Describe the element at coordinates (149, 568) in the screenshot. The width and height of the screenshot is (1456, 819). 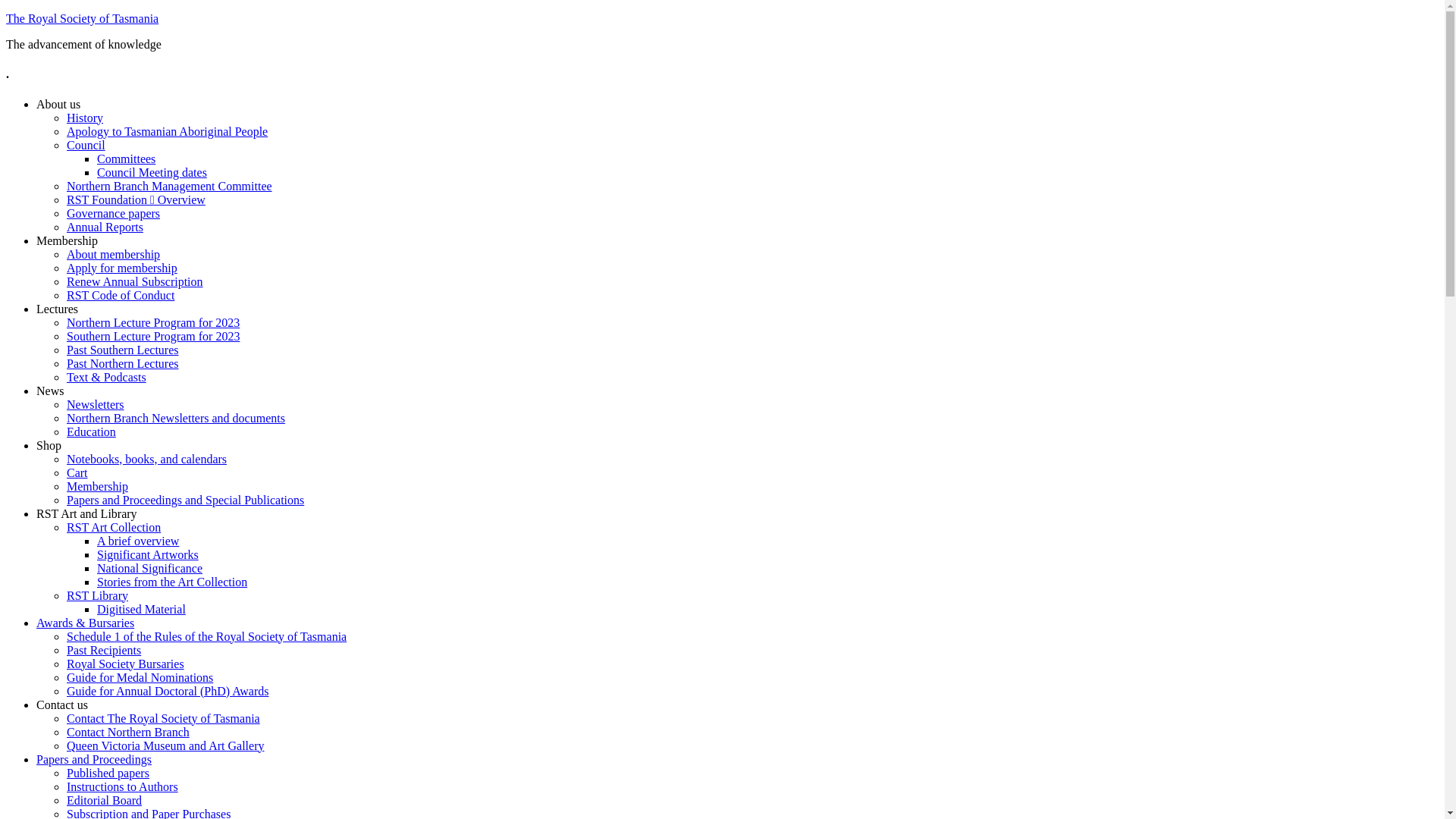
I see `'National Significance'` at that location.